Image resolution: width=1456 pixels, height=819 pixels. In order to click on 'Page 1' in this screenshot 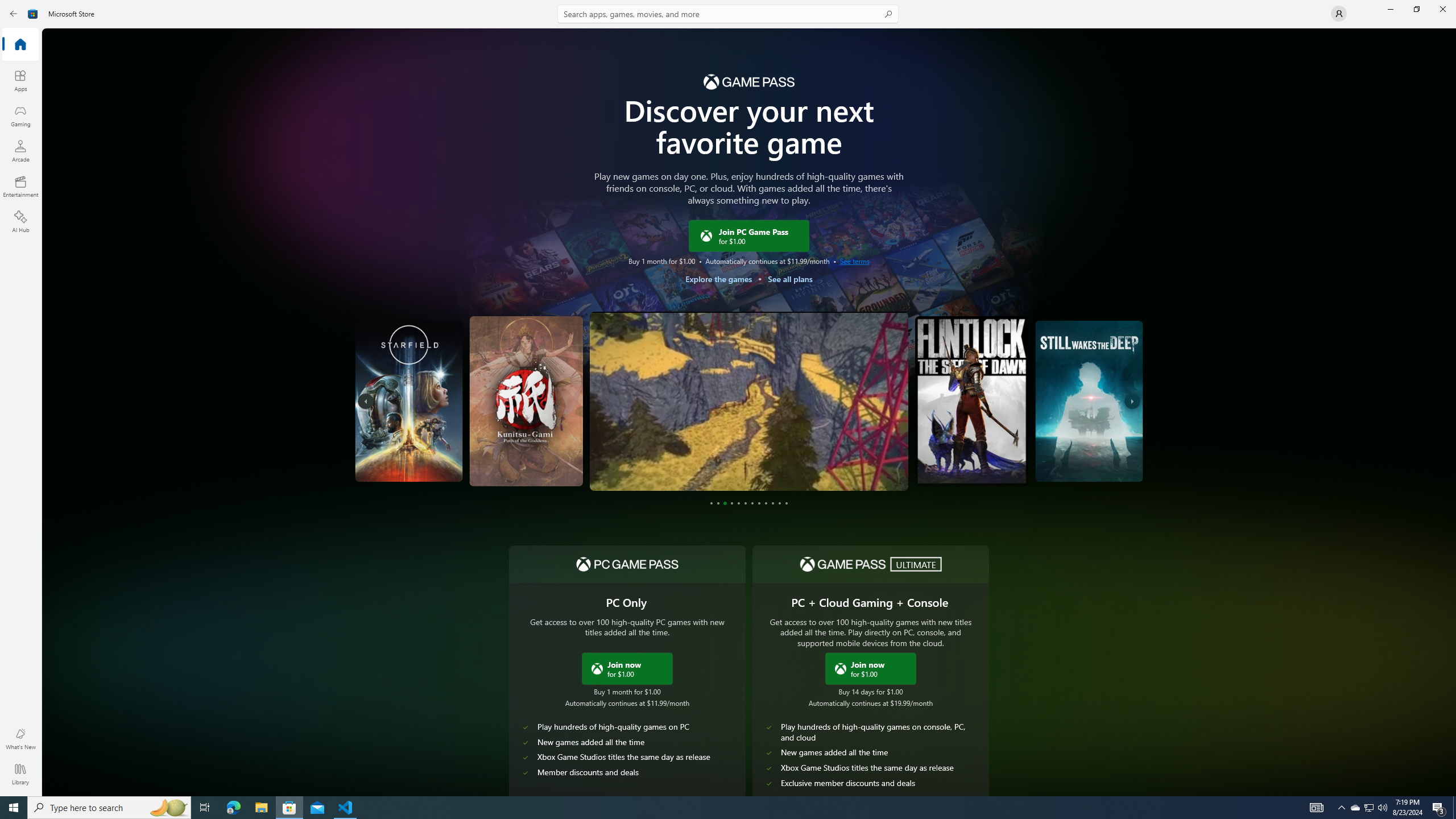, I will do `click(711, 503)`.